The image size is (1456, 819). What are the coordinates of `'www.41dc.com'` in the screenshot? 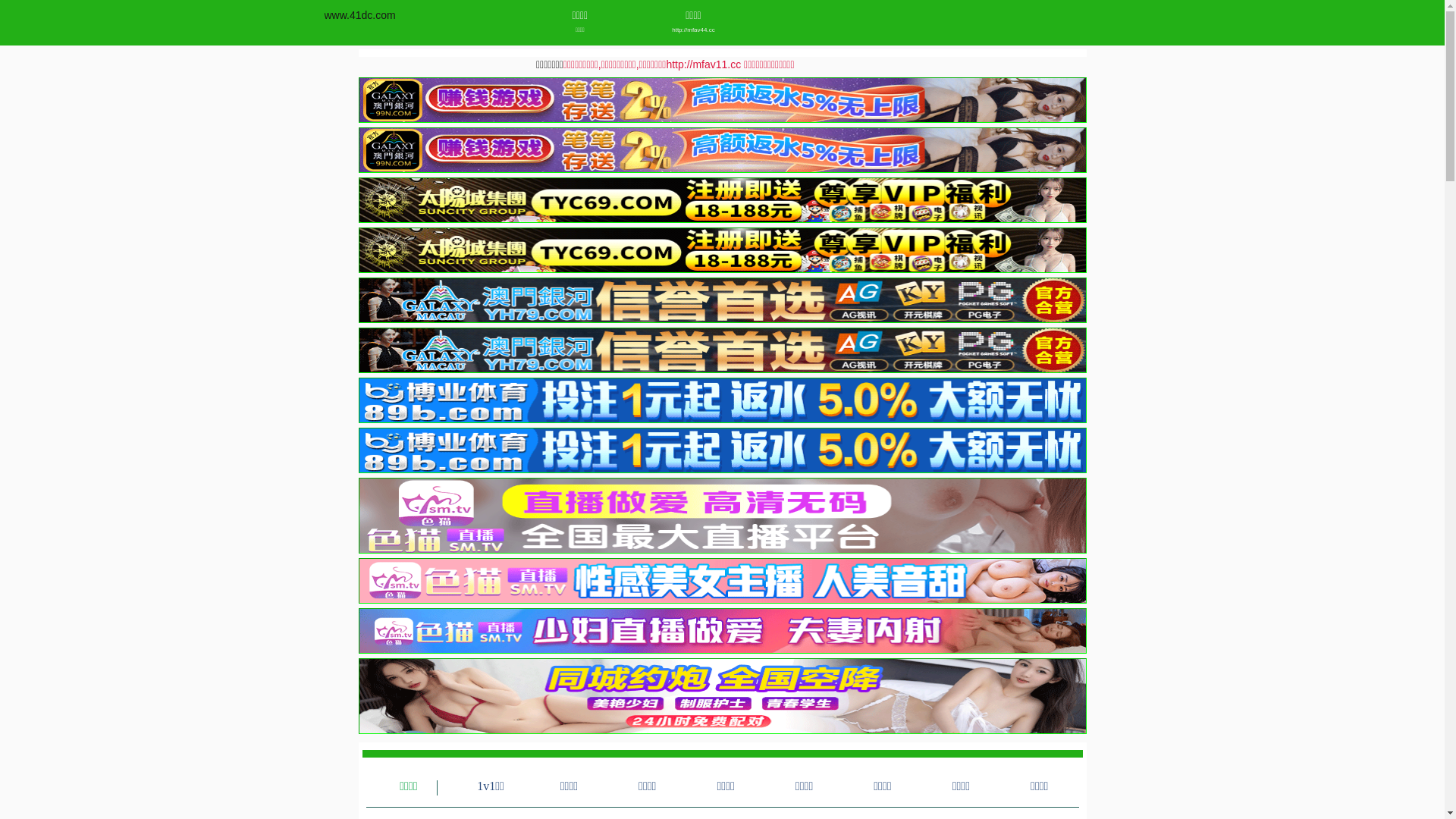 It's located at (359, 14).